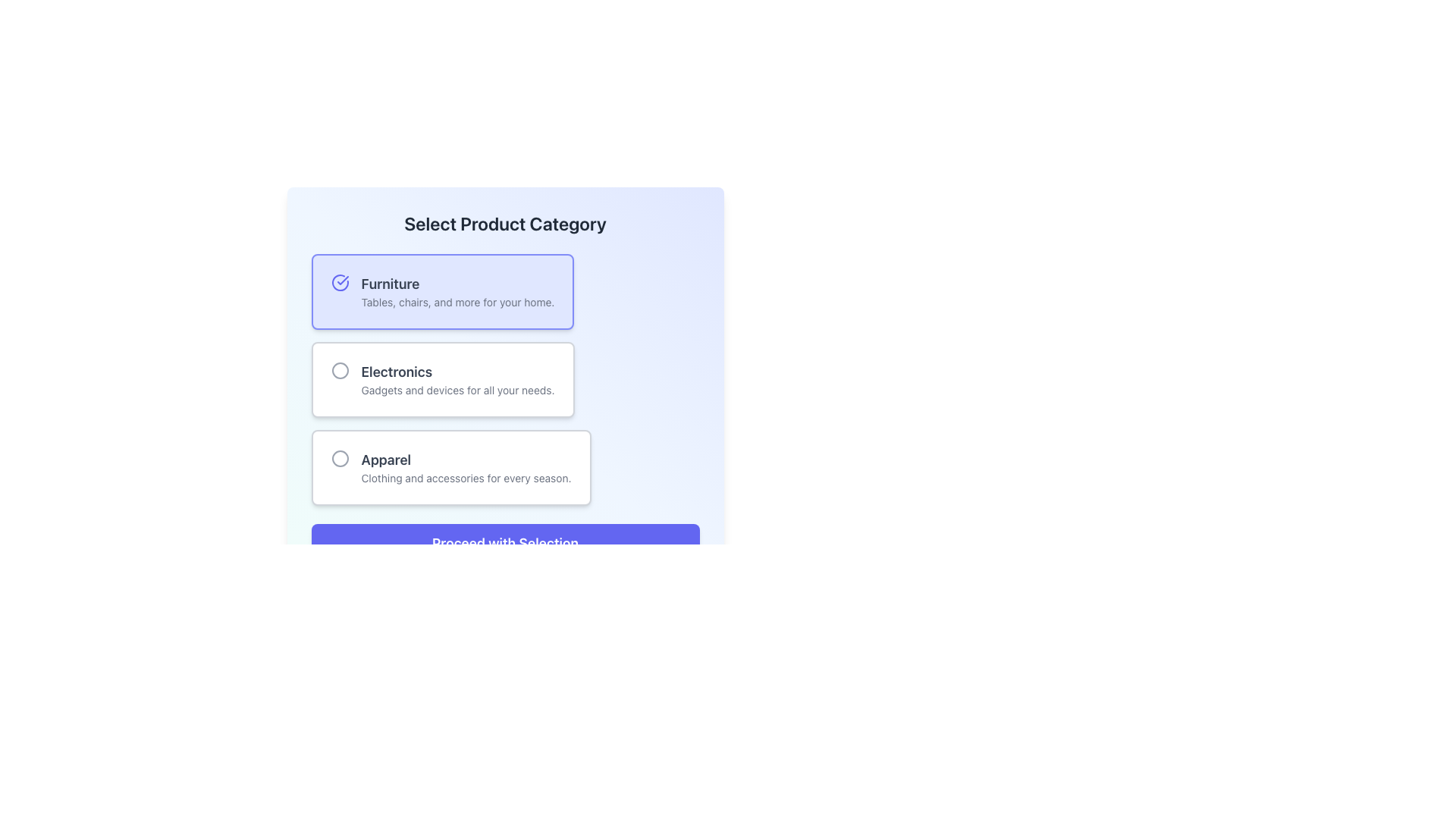 The height and width of the screenshot is (819, 1456). What do you see at coordinates (457, 379) in the screenshot?
I see `the 'Electronics' category label, which is a selectable item in a list of product categories located between 'Furniture' and 'Apparel'` at bounding box center [457, 379].